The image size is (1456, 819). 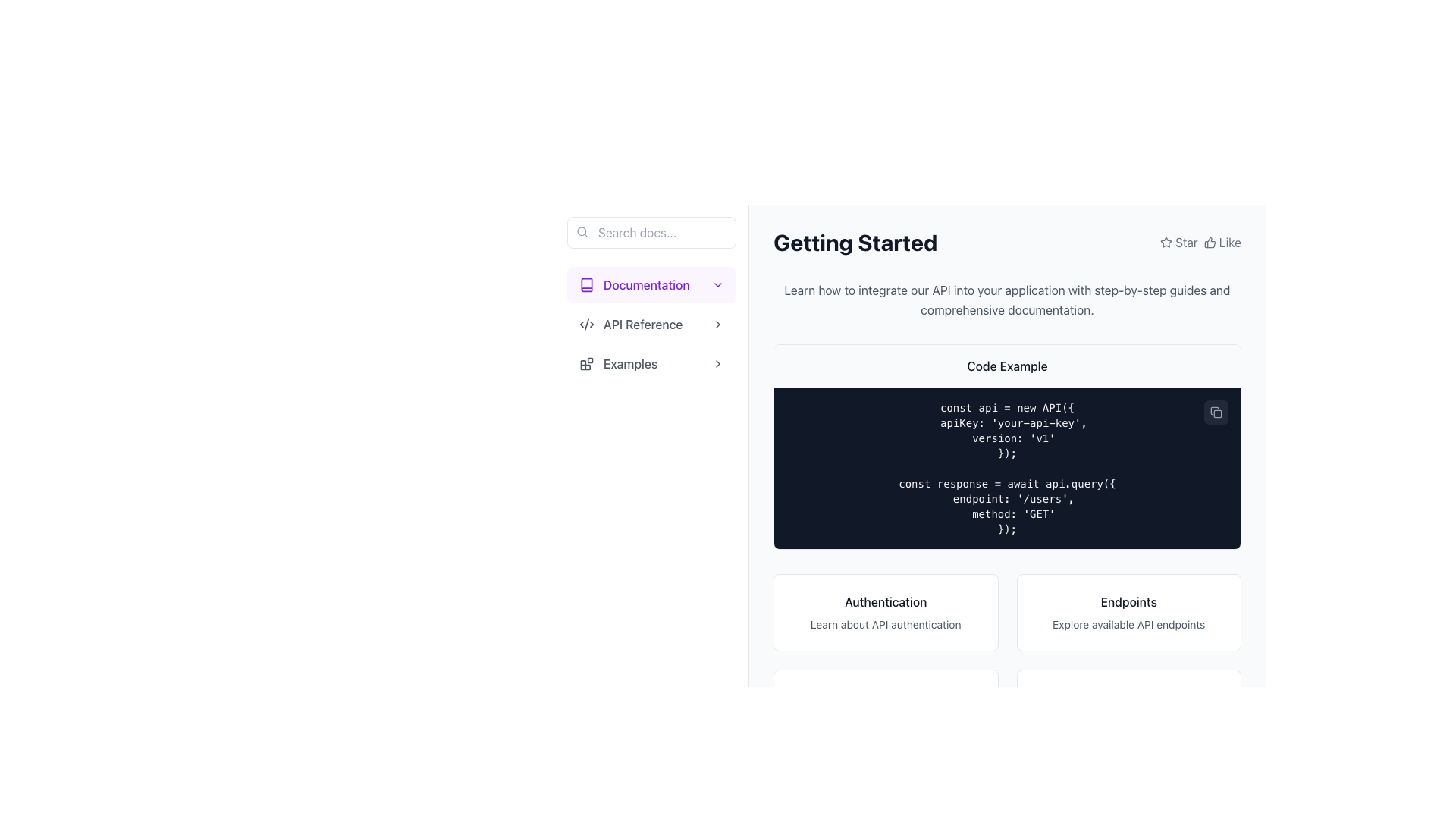 What do you see at coordinates (1216, 412) in the screenshot?
I see `the small rectangular button with a dark gray background and rounded corners, located at the top-right corner of the code block, to trigger a hover effect` at bounding box center [1216, 412].